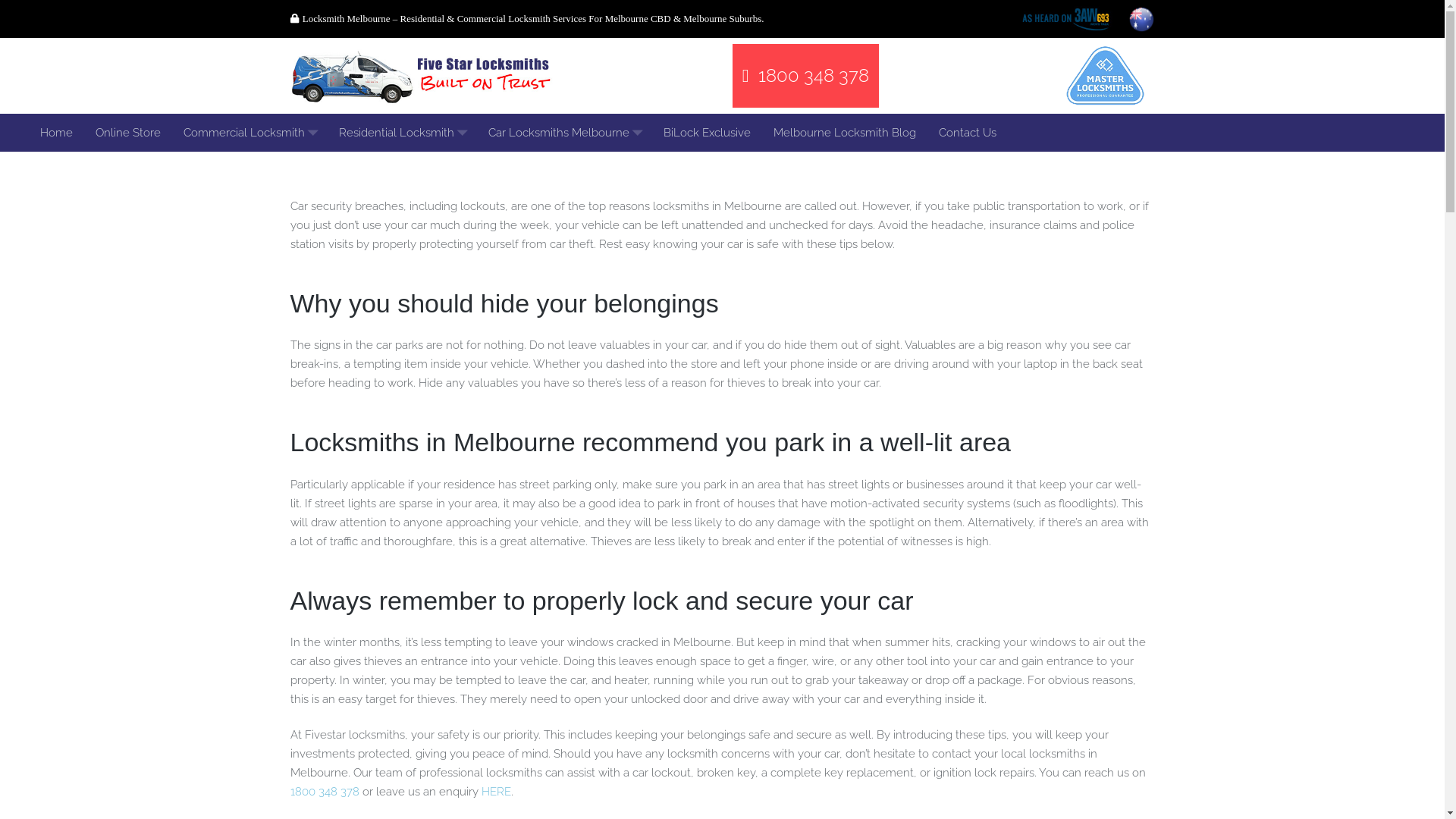 The height and width of the screenshot is (819, 1456). Describe the element at coordinates (706, 131) in the screenshot. I see `'BiLock Exclusive'` at that location.